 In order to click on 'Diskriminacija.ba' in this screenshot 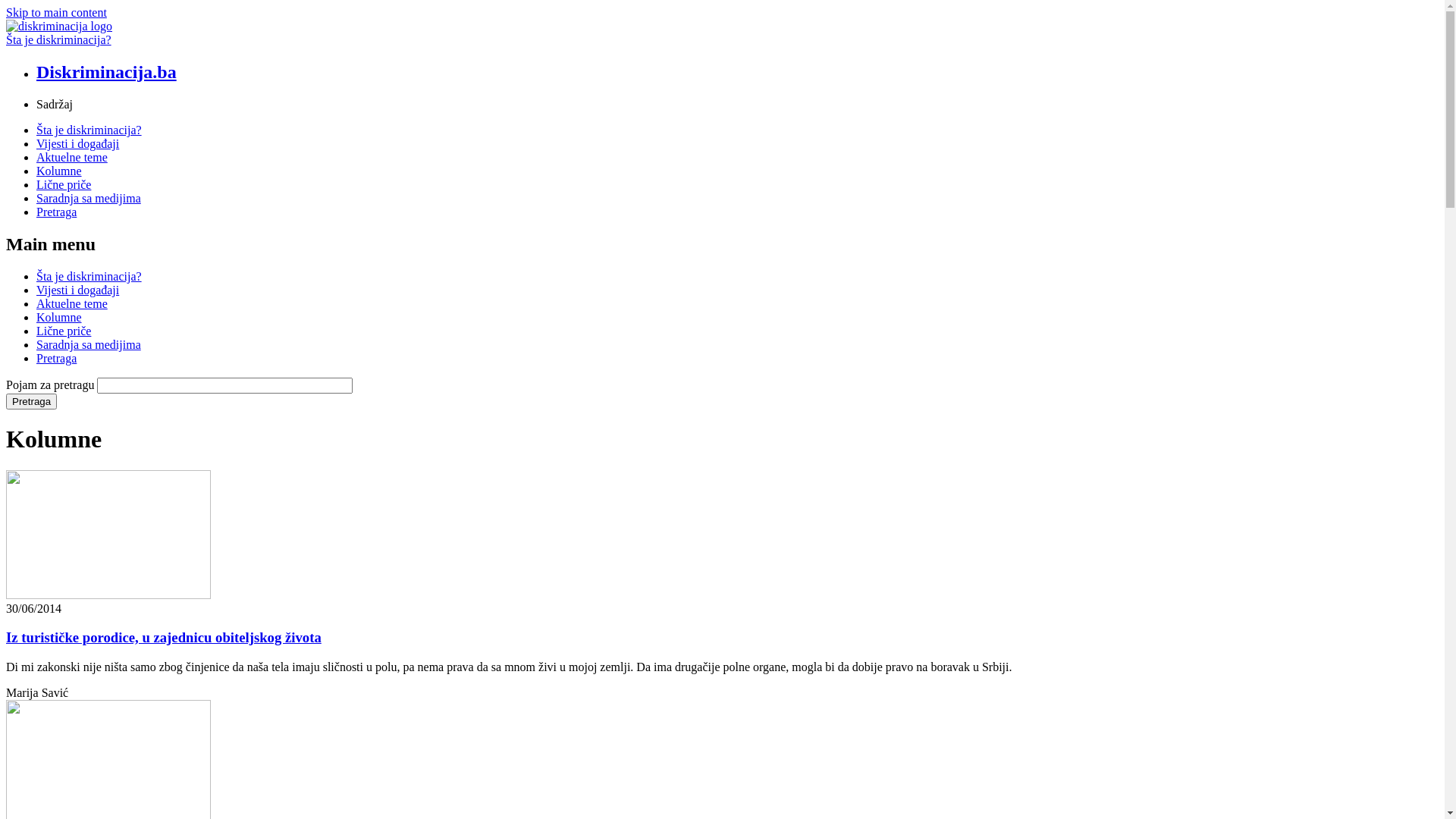, I will do `click(105, 72)`.